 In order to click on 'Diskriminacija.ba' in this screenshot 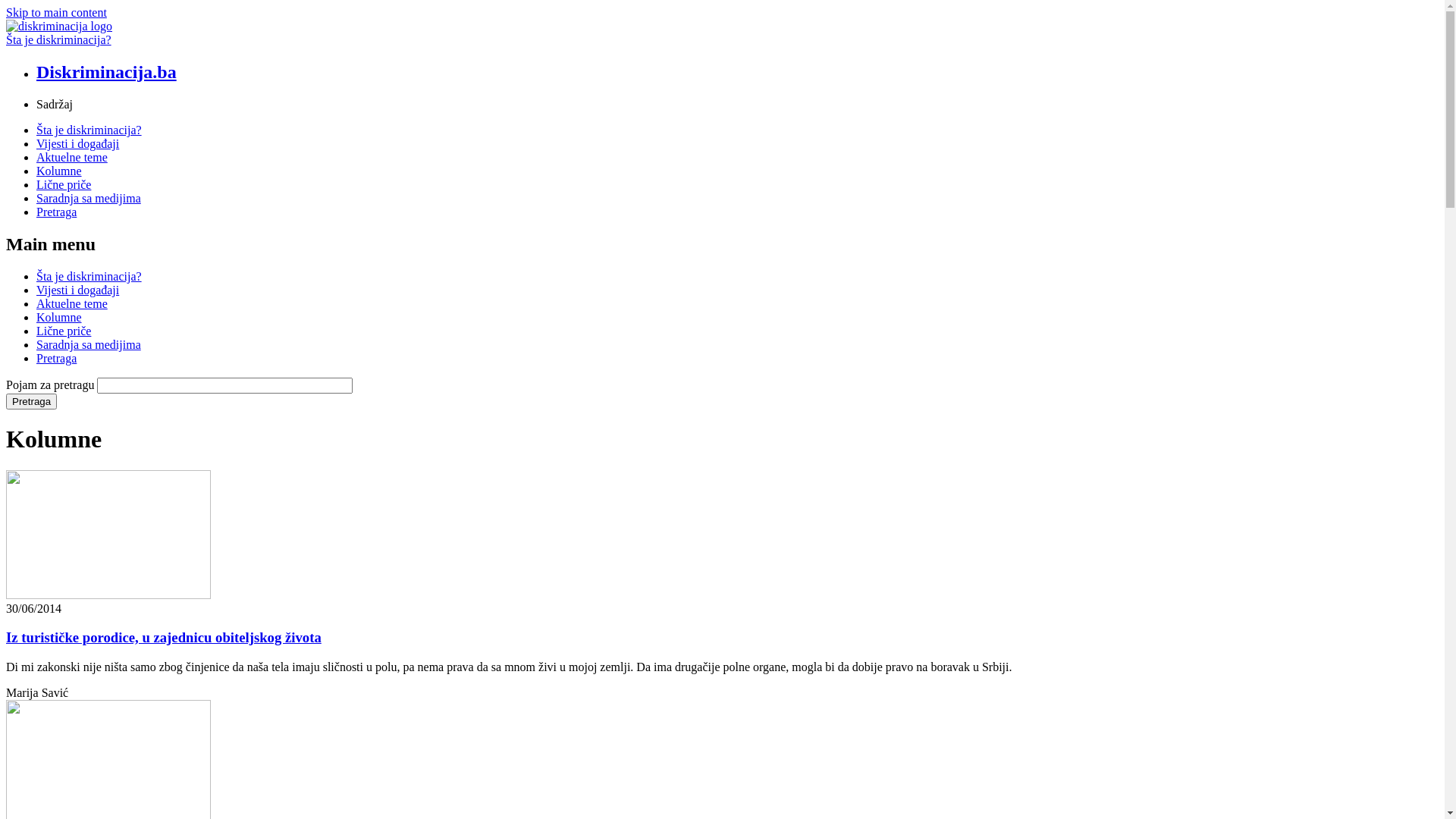, I will do `click(105, 72)`.